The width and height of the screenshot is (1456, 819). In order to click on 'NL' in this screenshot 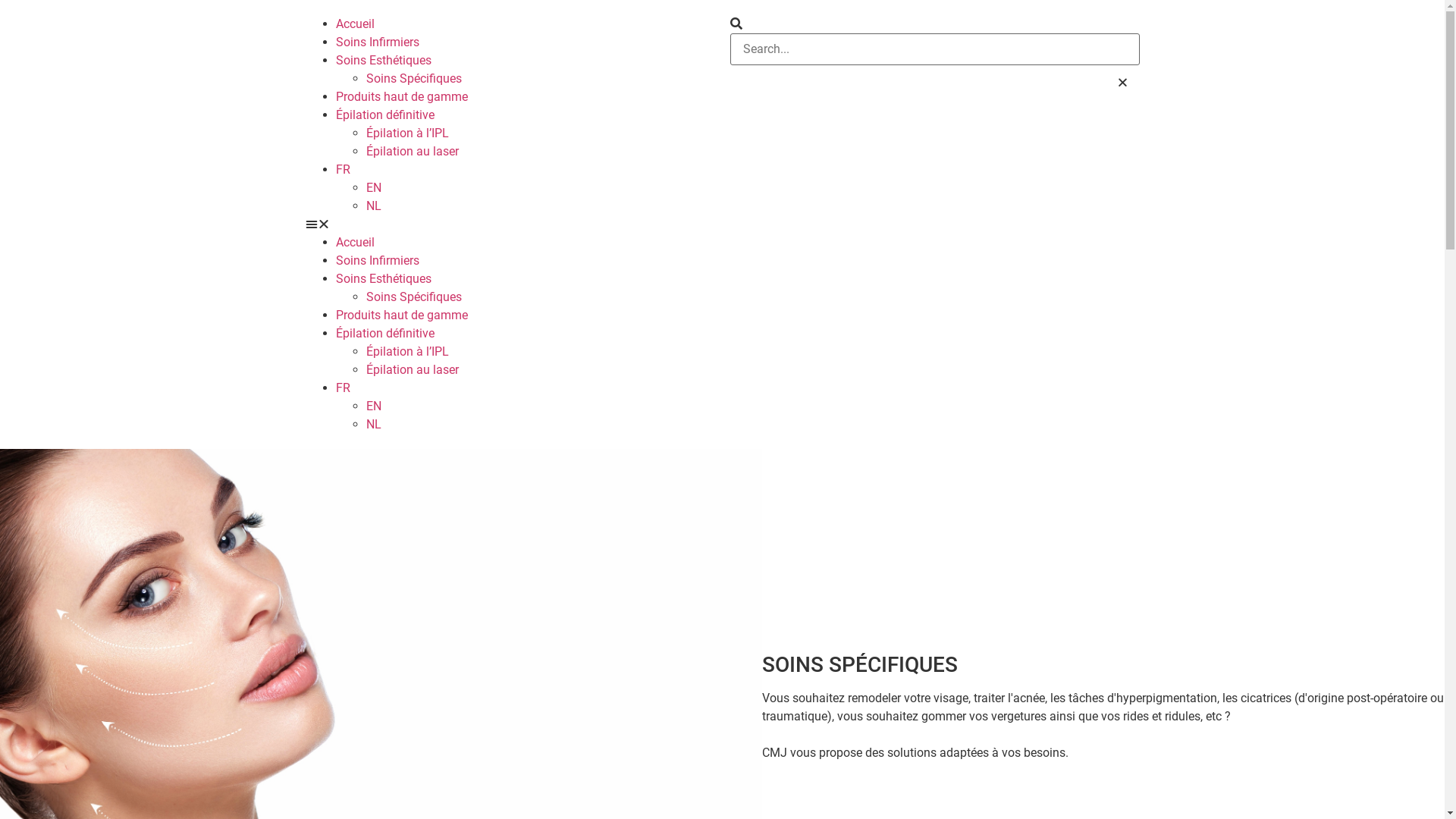, I will do `click(372, 424)`.